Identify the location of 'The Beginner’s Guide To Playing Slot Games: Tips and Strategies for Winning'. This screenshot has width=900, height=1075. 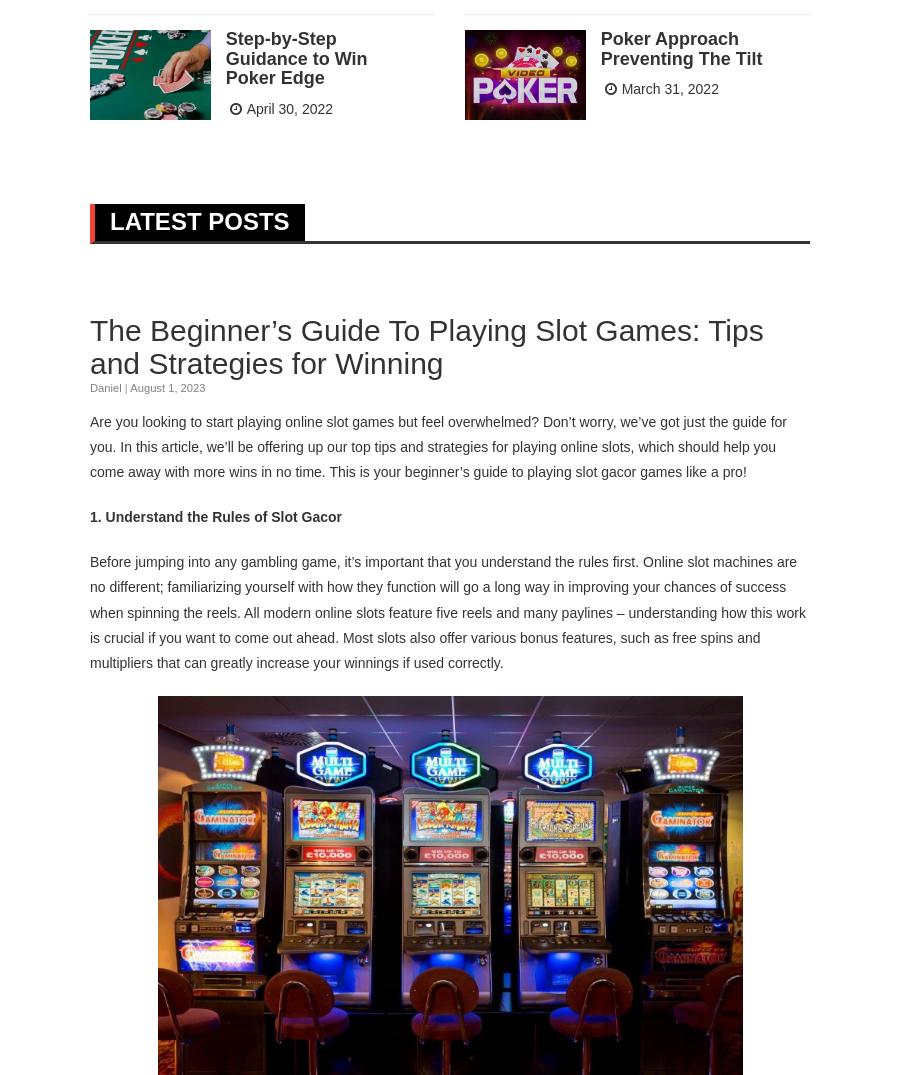
(426, 346).